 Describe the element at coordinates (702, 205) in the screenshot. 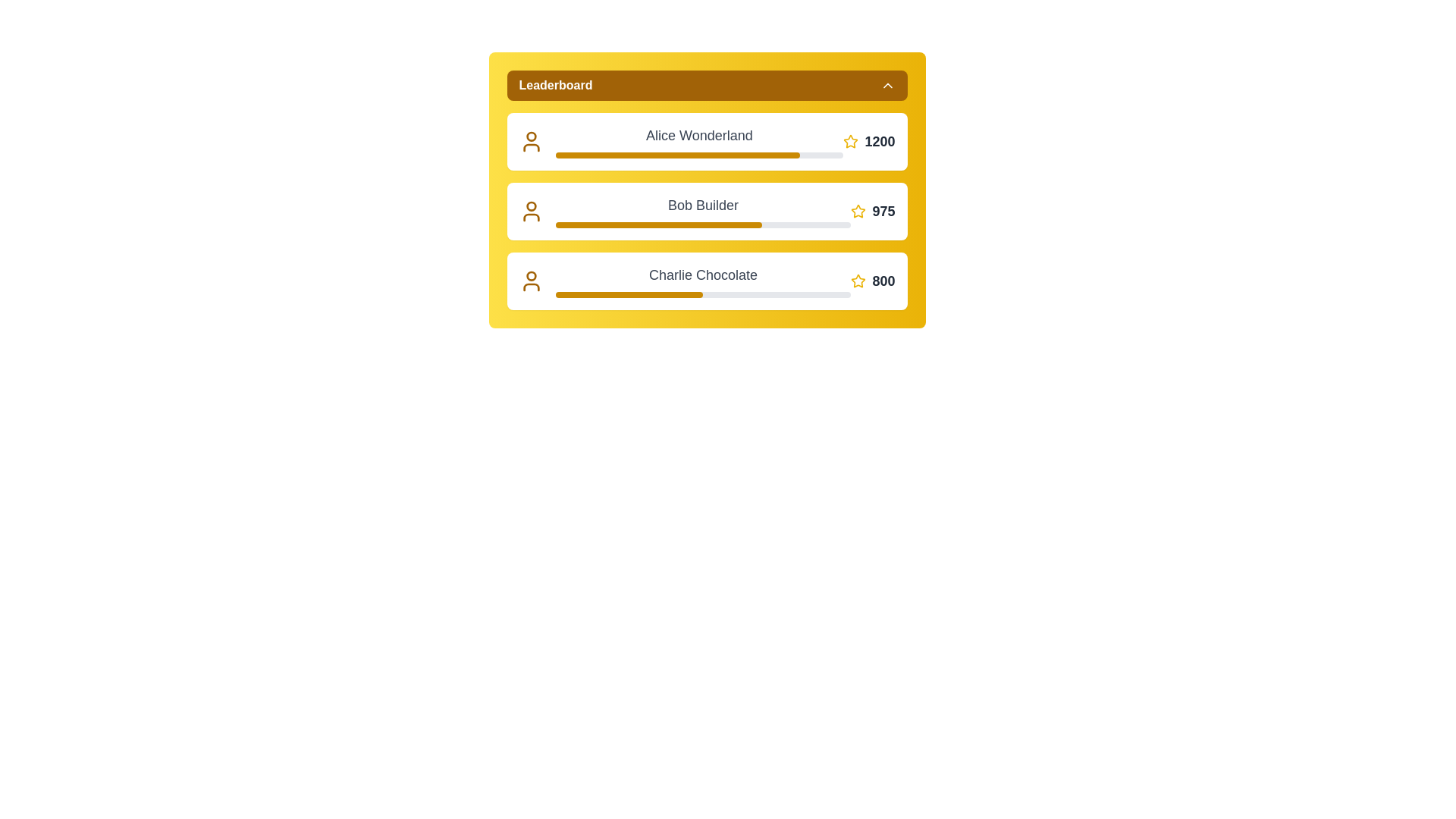

I see `text label displaying the username 'Bob Builder', which is located in the second row of the leaderboard panel, centrally aligned between 'Alice Wonderland' and 'Charlie Chocolate'` at that location.